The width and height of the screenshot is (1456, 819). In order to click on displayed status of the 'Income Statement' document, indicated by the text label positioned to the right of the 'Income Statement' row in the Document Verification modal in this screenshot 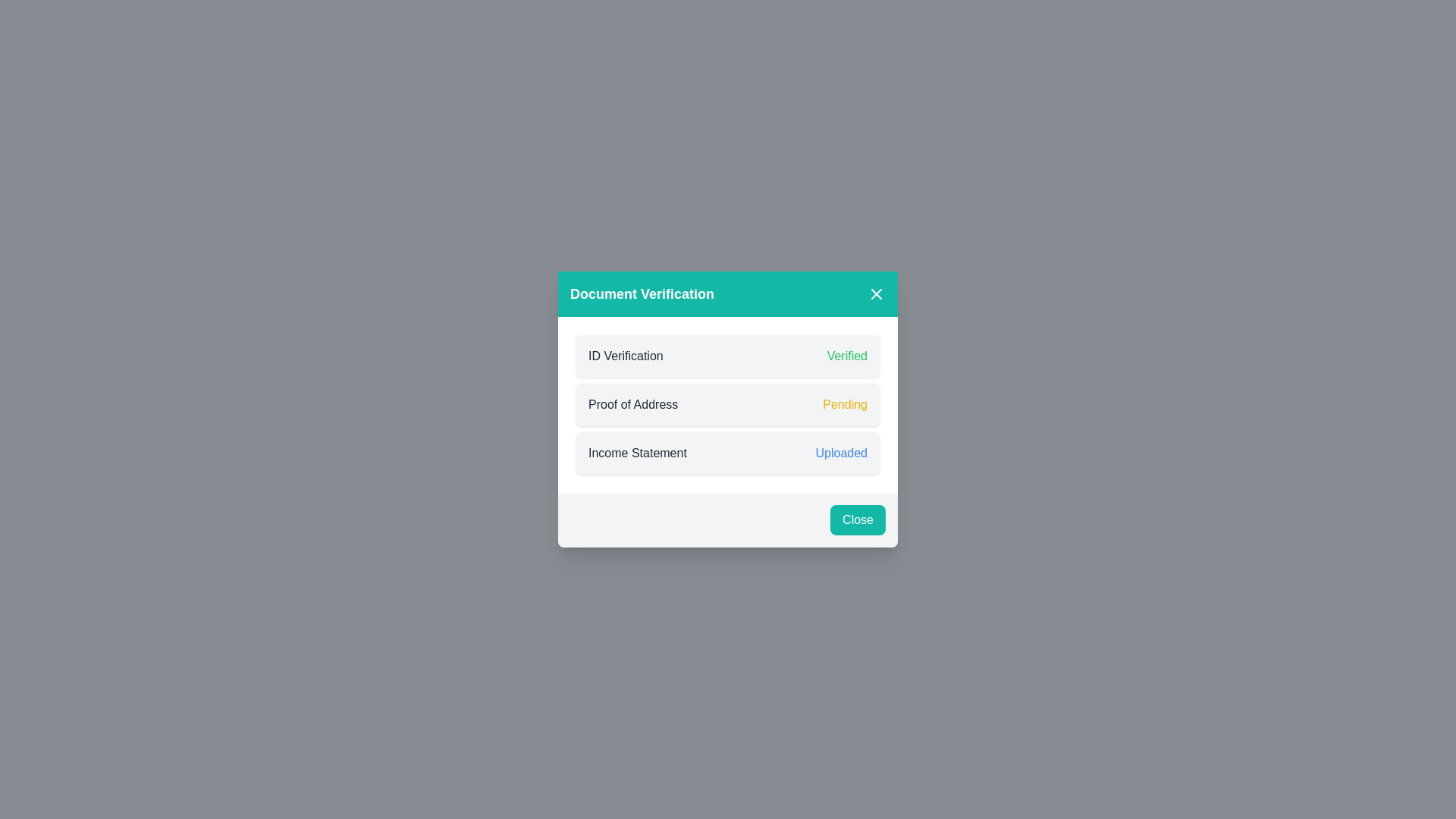, I will do `click(840, 452)`.